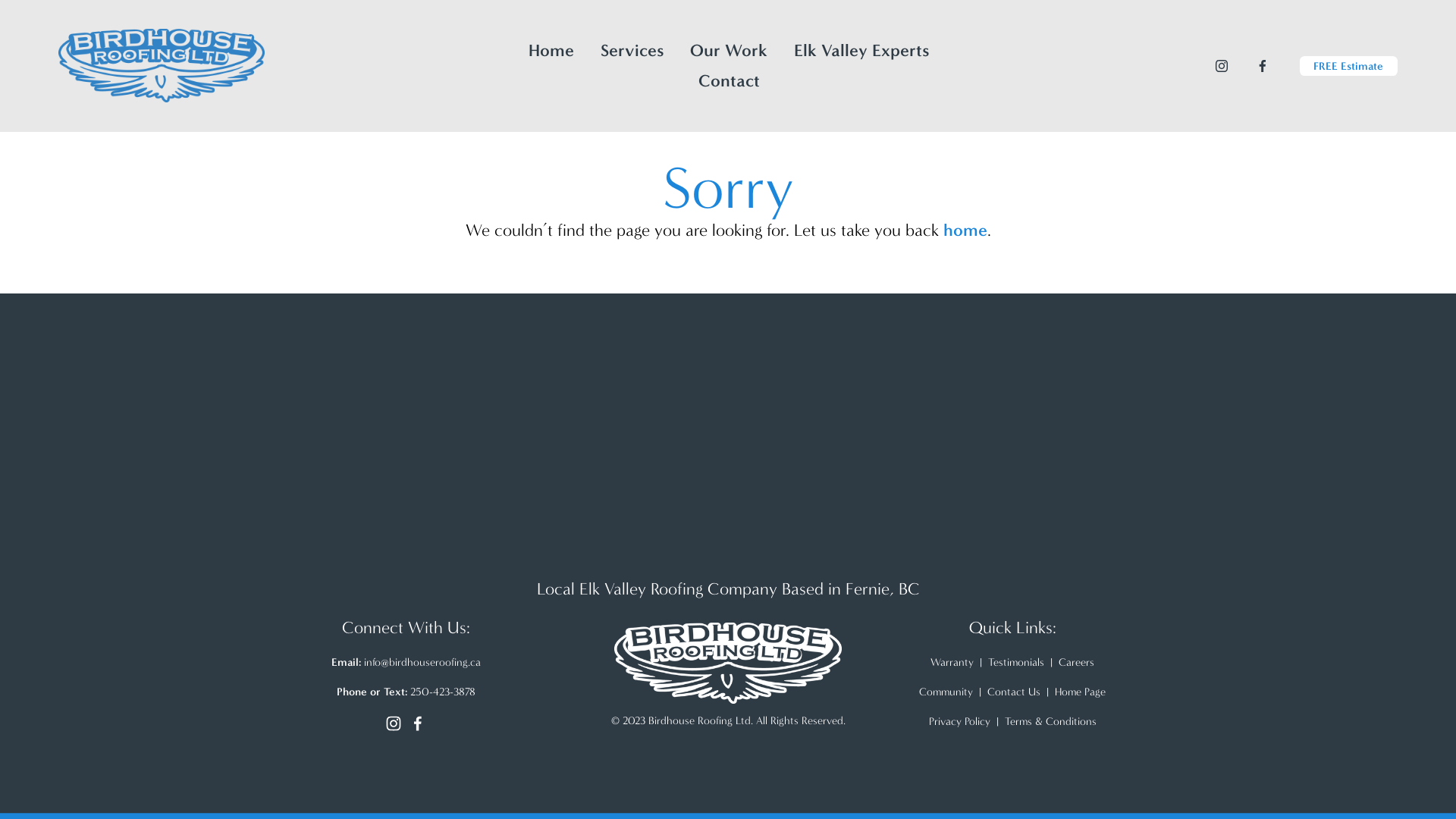  What do you see at coordinates (918, 692) in the screenshot?
I see `'Community'` at bounding box center [918, 692].